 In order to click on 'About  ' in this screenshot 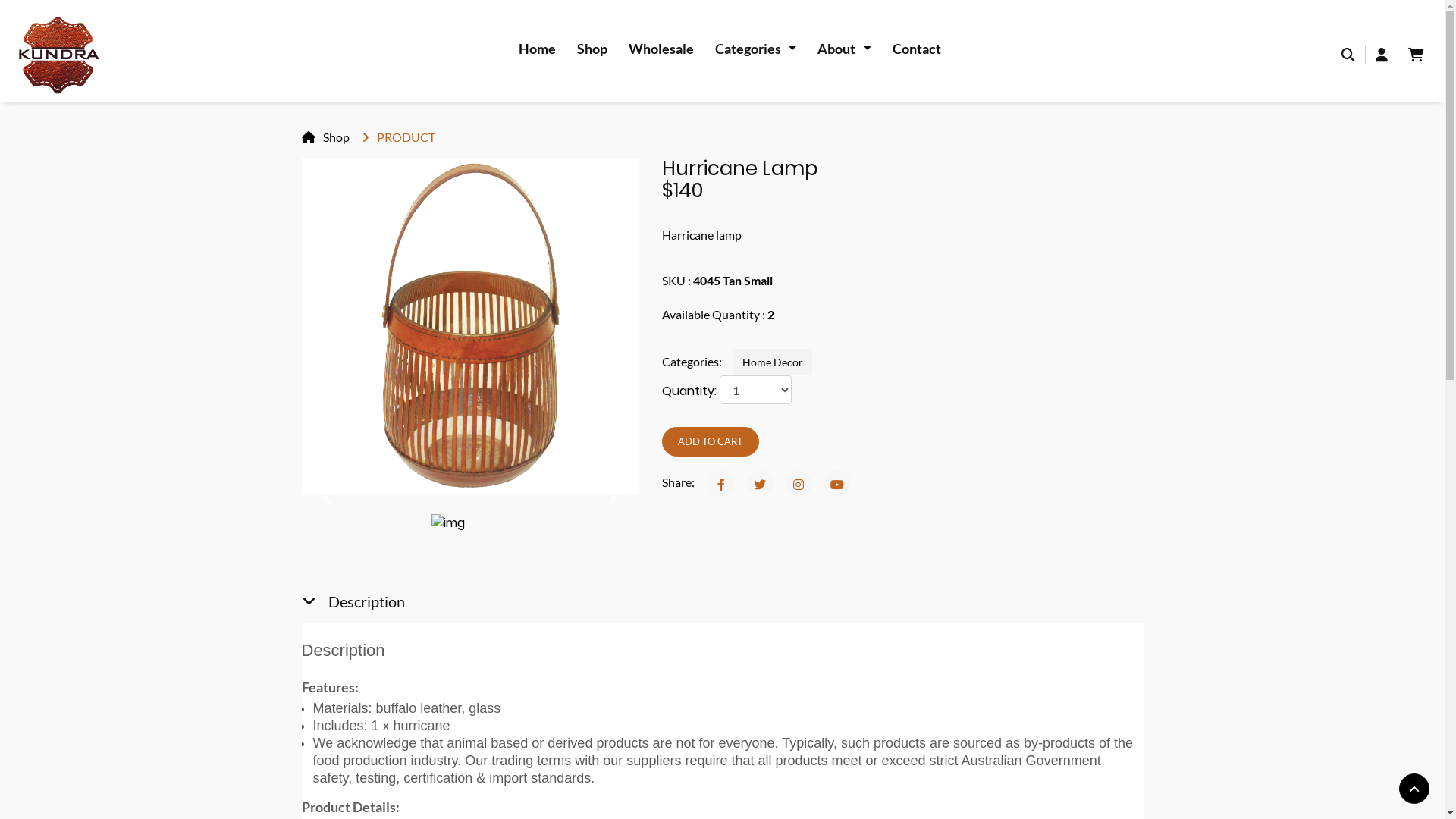, I will do `click(843, 48)`.